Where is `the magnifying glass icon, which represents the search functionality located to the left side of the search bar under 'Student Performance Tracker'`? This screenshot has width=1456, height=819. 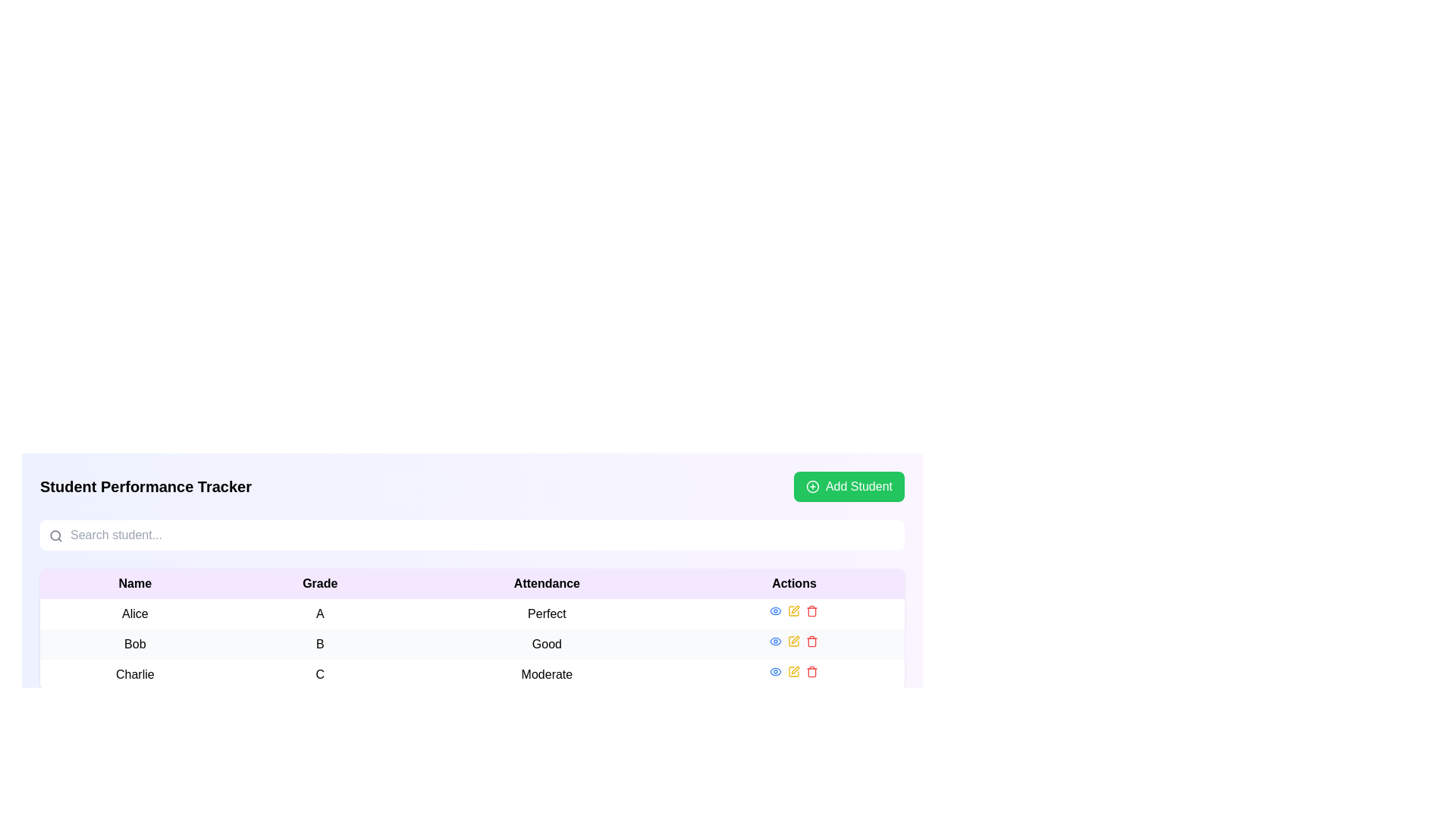
the magnifying glass icon, which represents the search functionality located to the left side of the search bar under 'Student Performance Tracker' is located at coordinates (55, 535).